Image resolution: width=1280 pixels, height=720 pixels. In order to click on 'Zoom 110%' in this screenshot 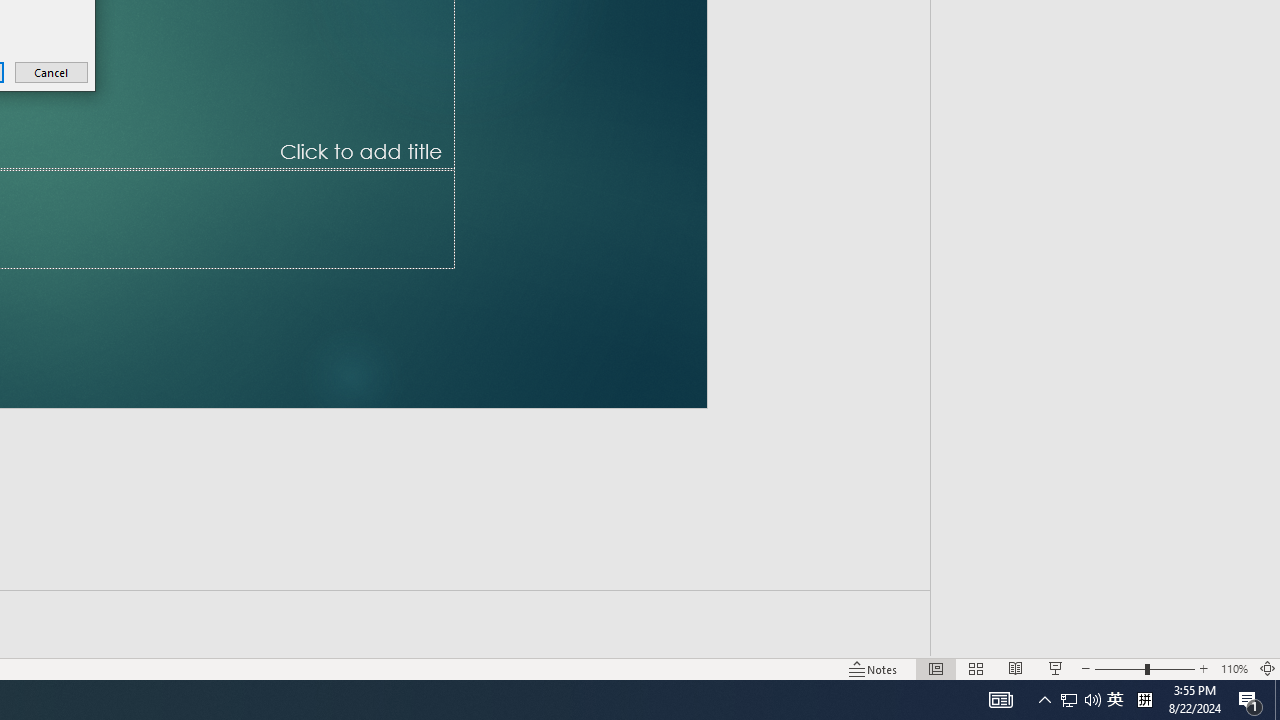, I will do `click(1233, 669)`.